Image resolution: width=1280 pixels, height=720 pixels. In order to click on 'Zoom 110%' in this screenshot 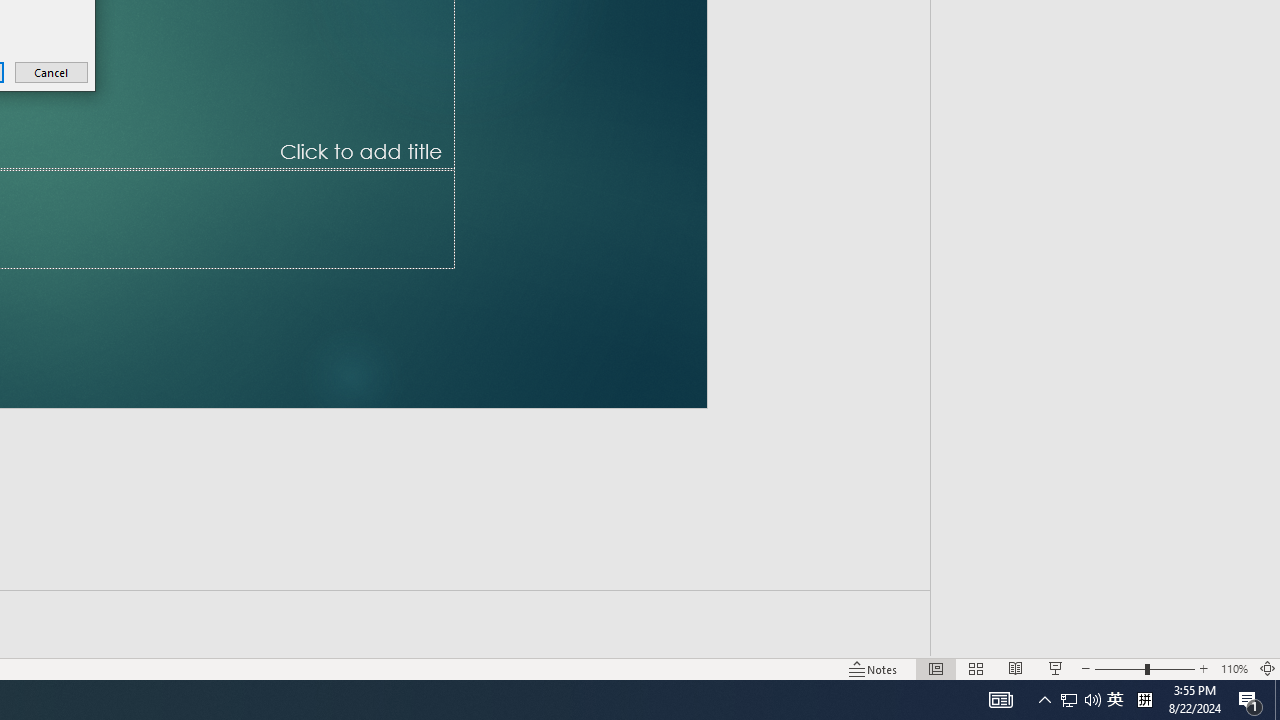, I will do `click(1233, 669)`.